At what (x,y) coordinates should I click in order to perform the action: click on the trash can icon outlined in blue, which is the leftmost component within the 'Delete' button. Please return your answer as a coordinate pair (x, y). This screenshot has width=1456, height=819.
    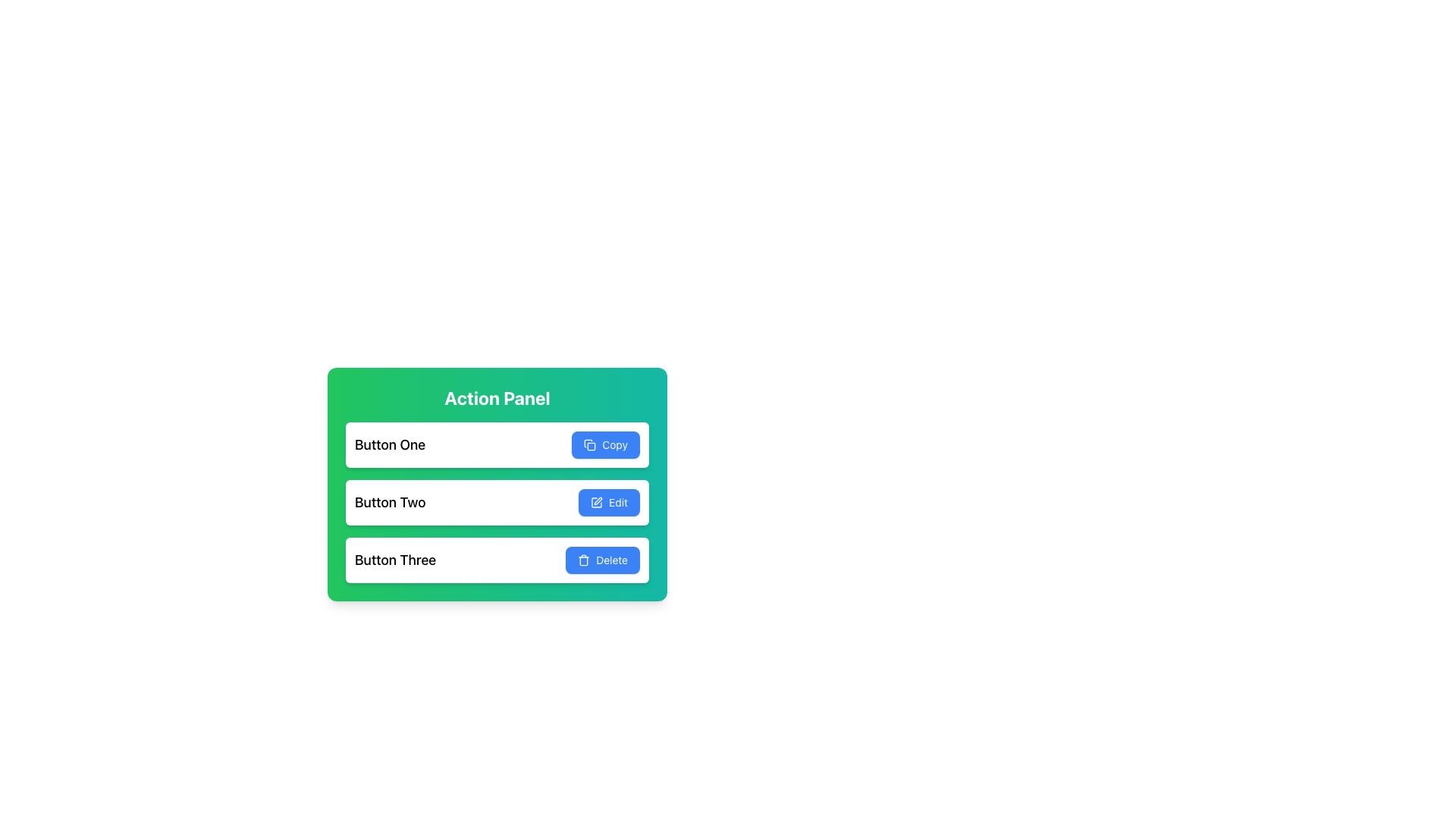
    Looking at the image, I should click on (583, 560).